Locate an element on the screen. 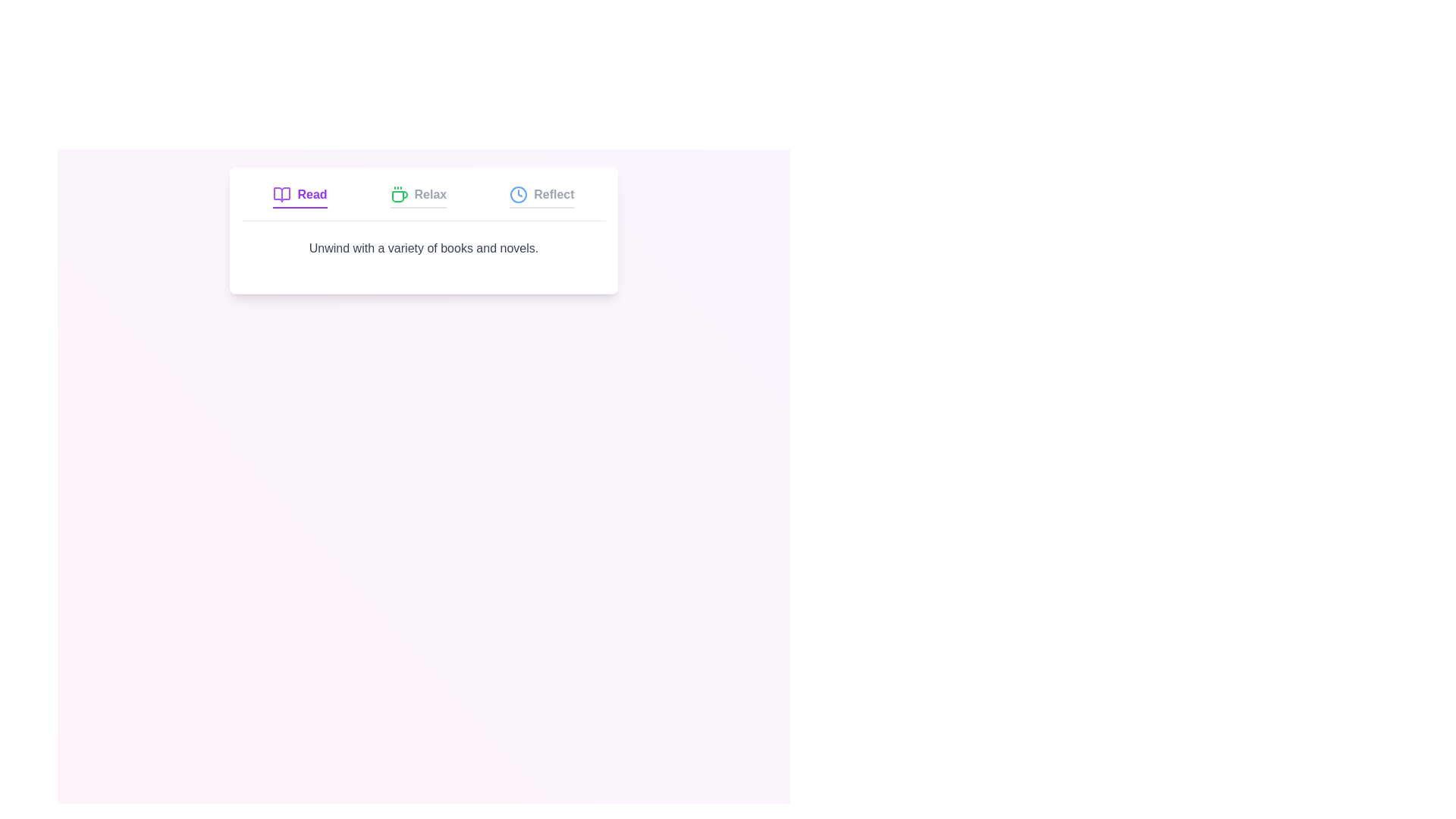  the Reflect tab to activate it is located at coordinates (542, 196).